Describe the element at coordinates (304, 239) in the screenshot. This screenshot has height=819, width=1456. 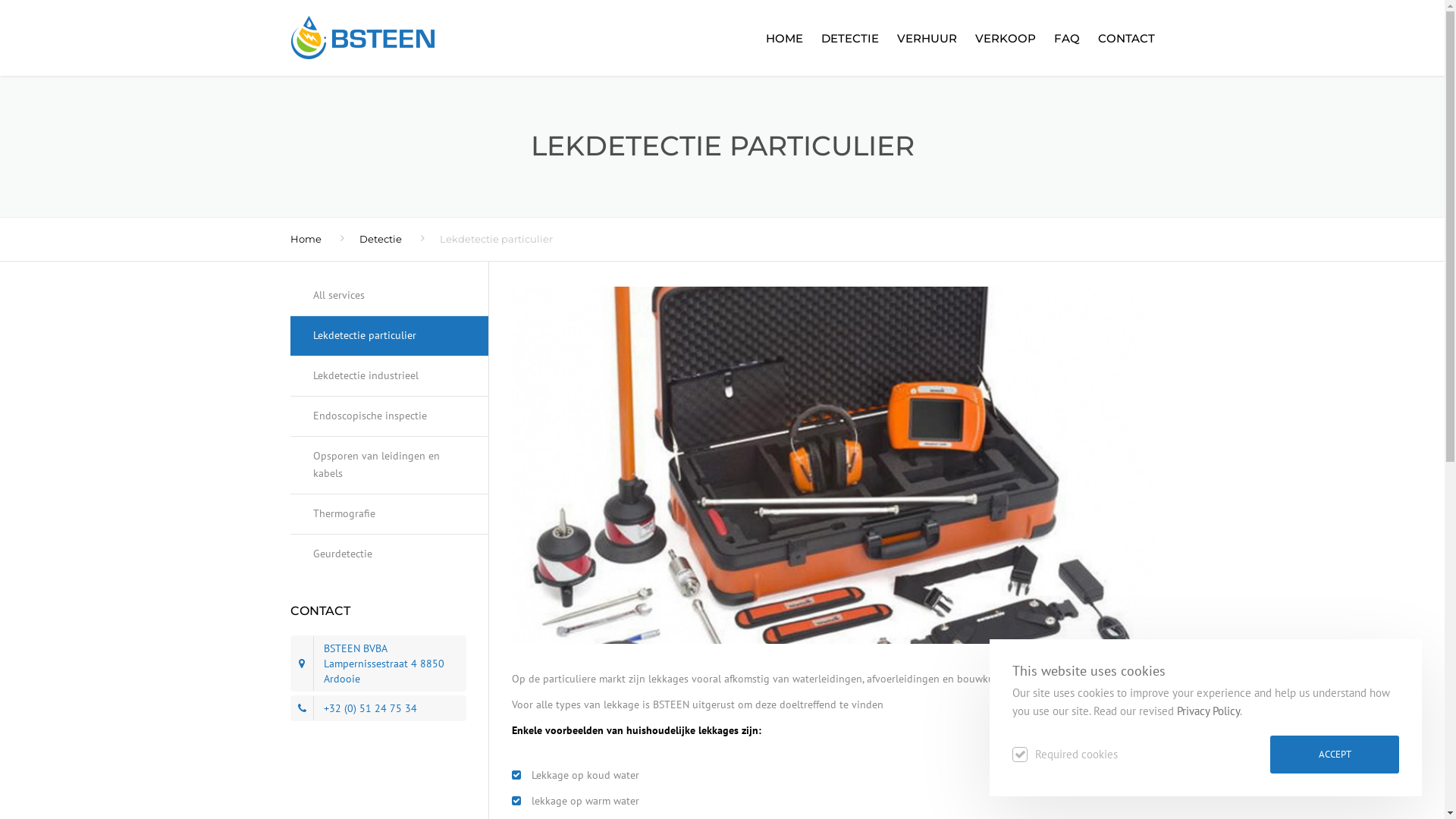
I see `'Home'` at that location.